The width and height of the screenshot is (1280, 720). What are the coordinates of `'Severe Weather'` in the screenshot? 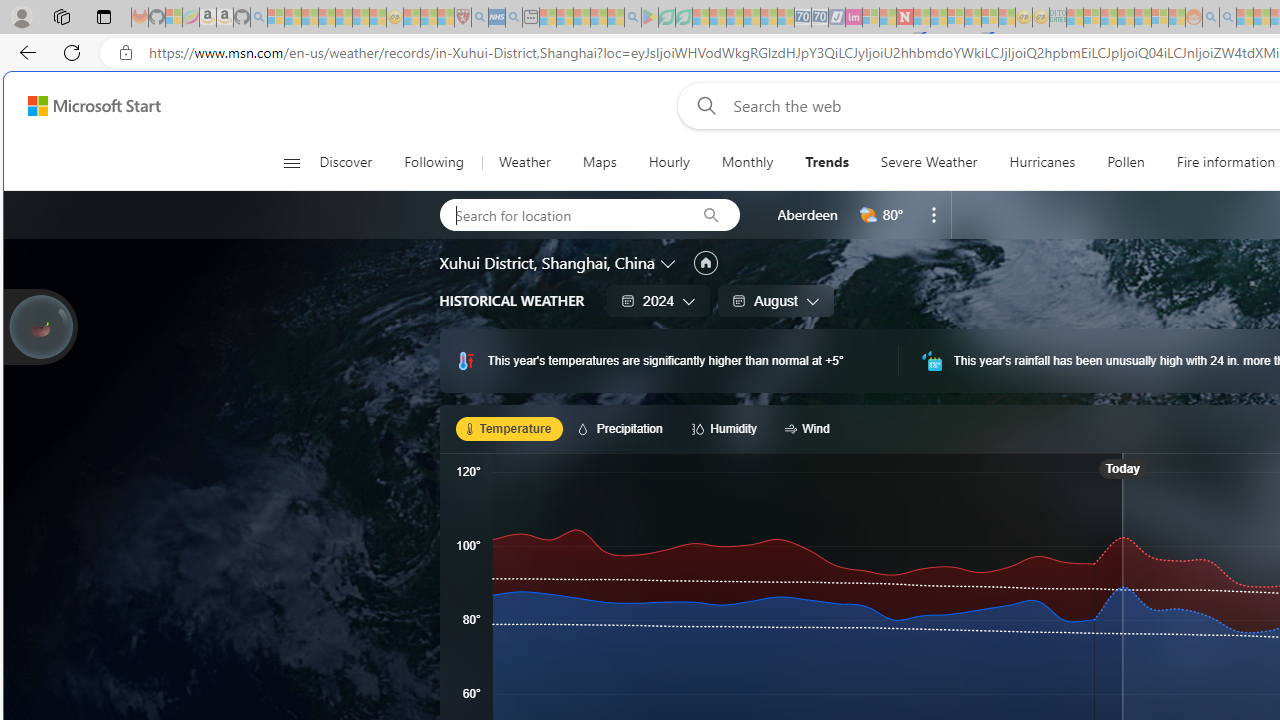 It's located at (928, 162).